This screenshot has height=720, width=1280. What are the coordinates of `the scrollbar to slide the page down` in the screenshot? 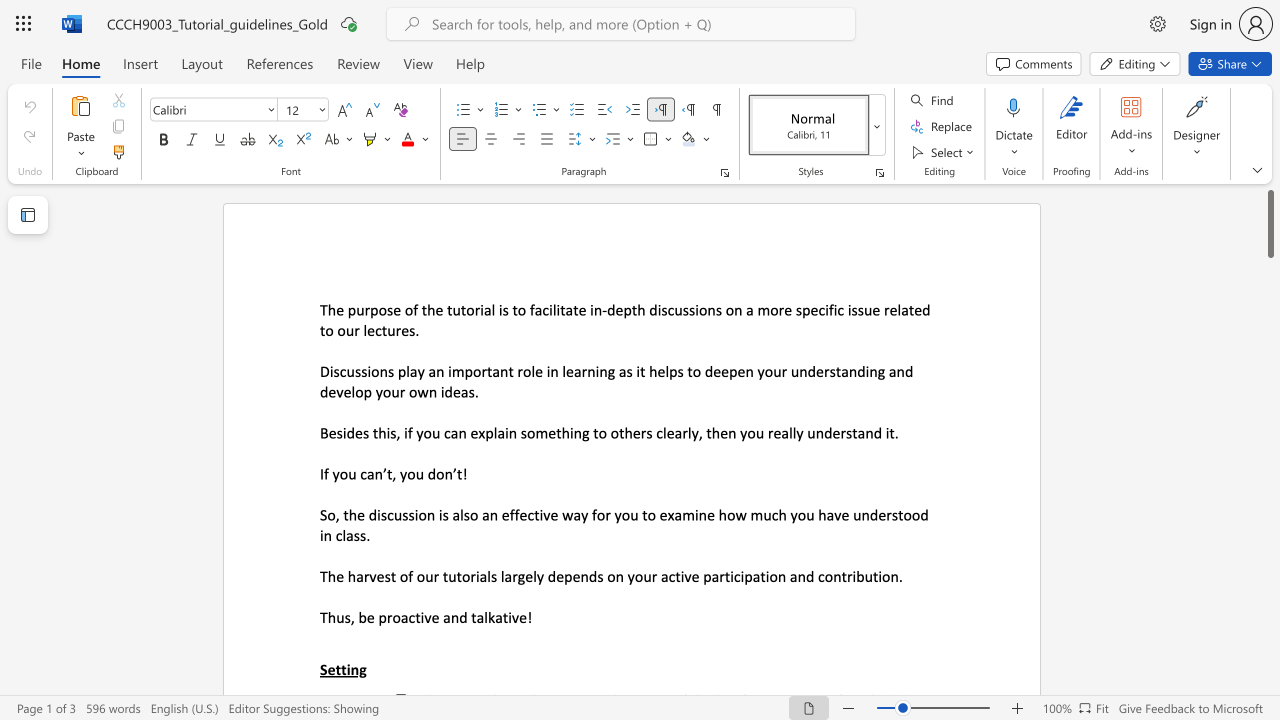 It's located at (1269, 550).